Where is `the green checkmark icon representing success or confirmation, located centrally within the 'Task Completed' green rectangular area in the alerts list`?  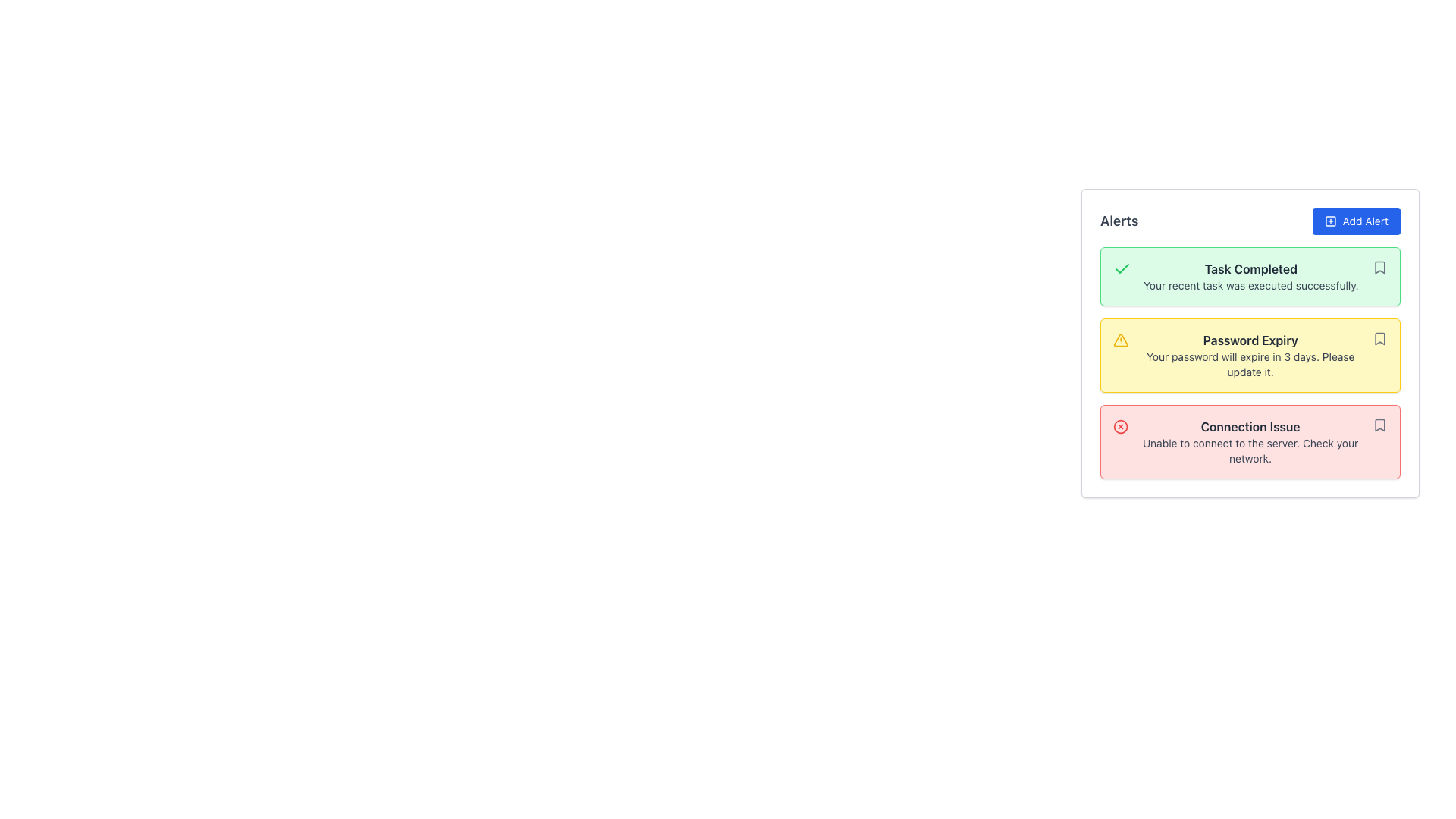
the green checkmark icon representing success or confirmation, located centrally within the 'Task Completed' green rectangular area in the alerts list is located at coordinates (1122, 268).